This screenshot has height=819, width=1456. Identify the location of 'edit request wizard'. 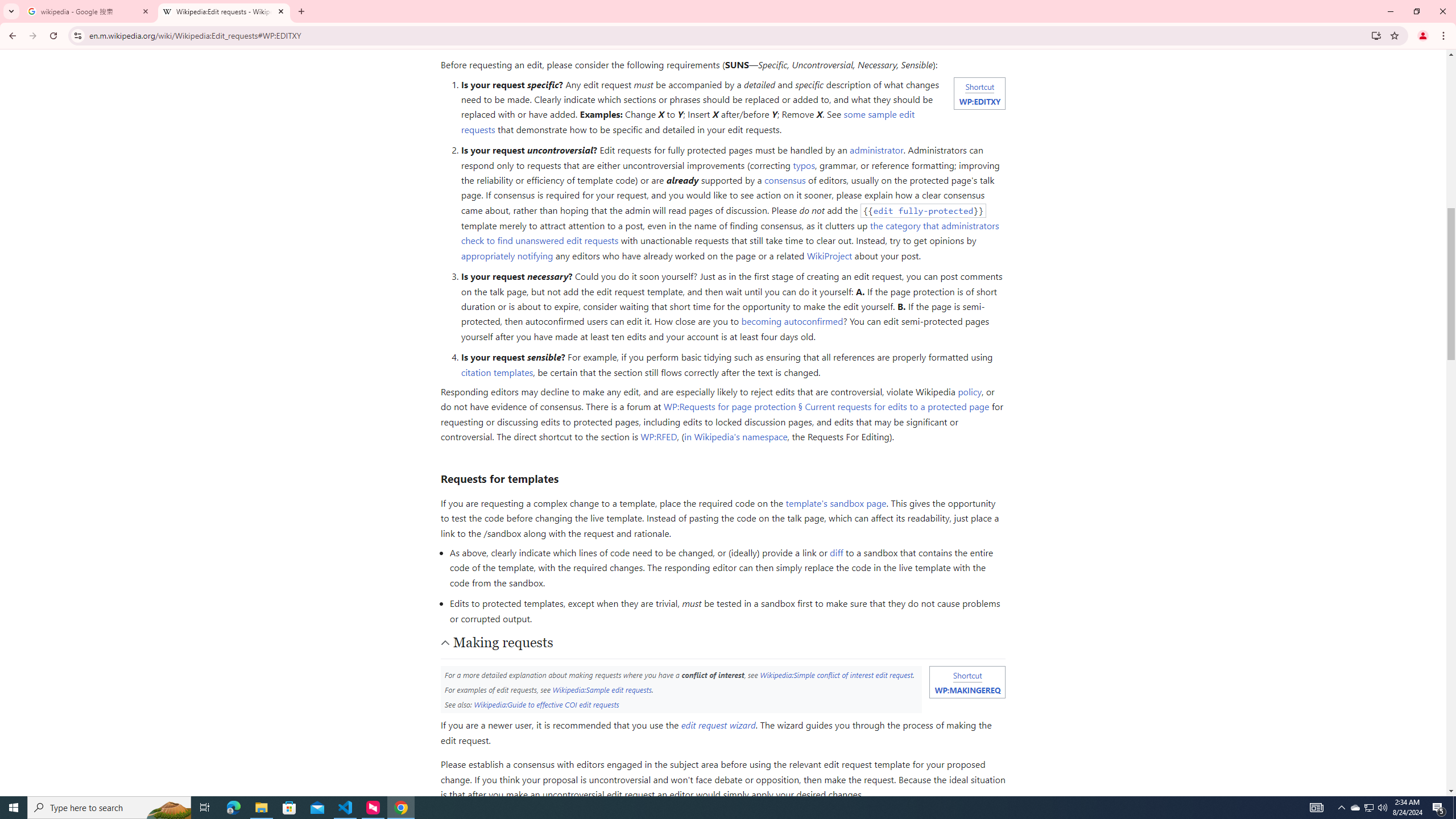
(718, 725).